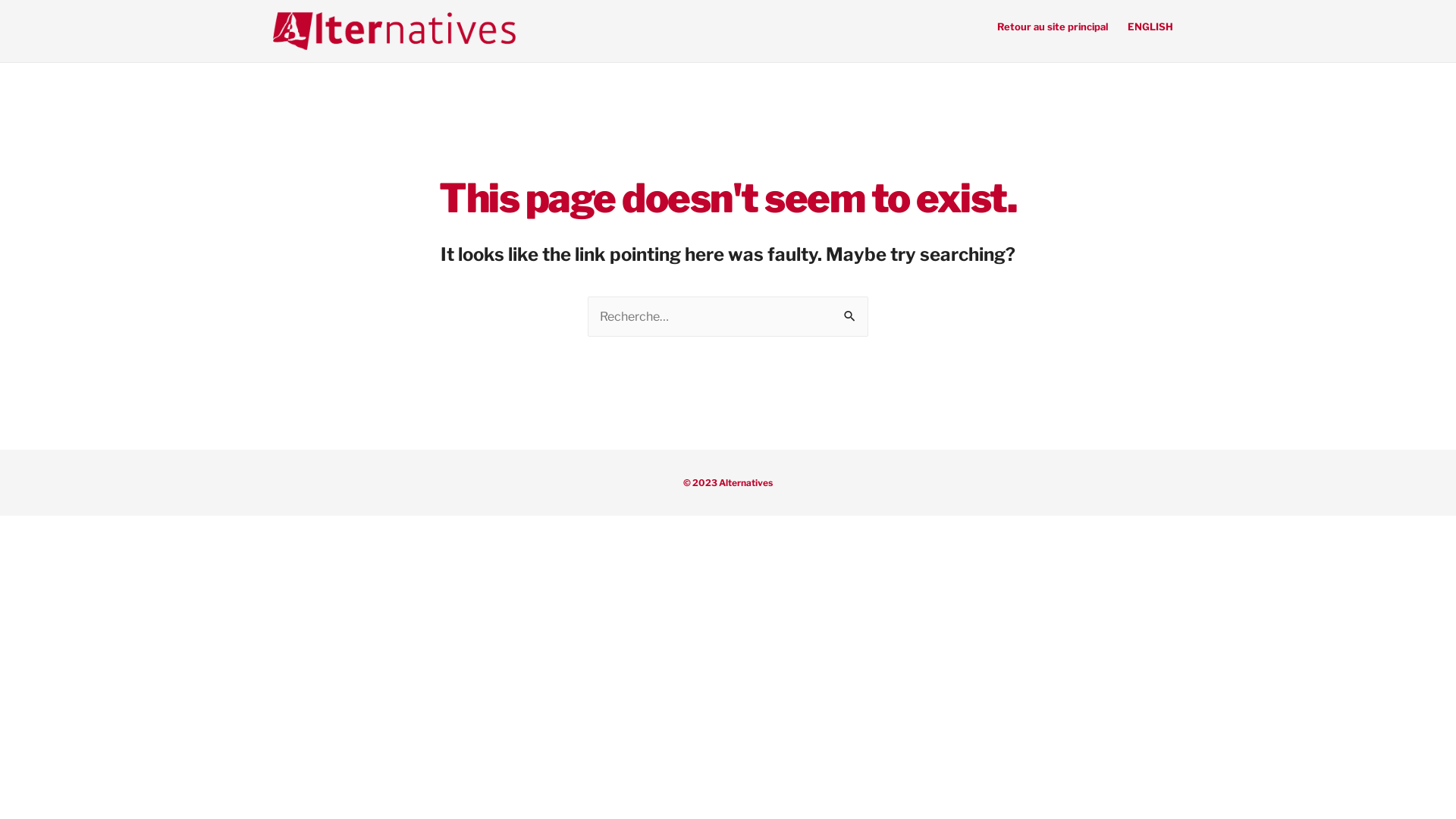 The width and height of the screenshot is (1456, 819). Describe the element at coordinates (1051, 26) in the screenshot. I see `'Retour au site principal'` at that location.